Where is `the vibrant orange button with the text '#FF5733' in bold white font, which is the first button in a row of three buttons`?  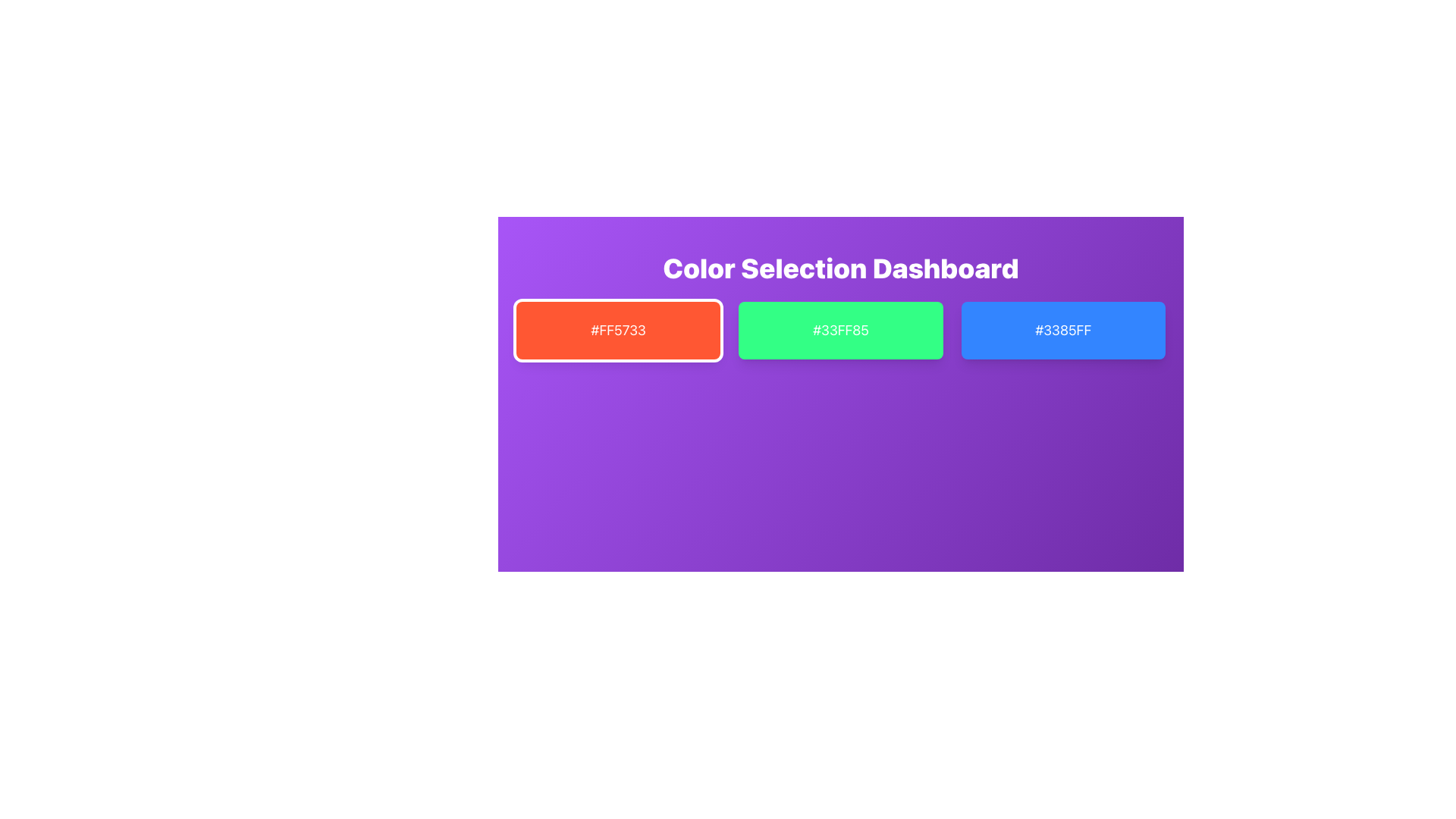
the vibrant orange button with the text '#FF5733' in bold white font, which is the first button in a row of three buttons is located at coordinates (618, 329).